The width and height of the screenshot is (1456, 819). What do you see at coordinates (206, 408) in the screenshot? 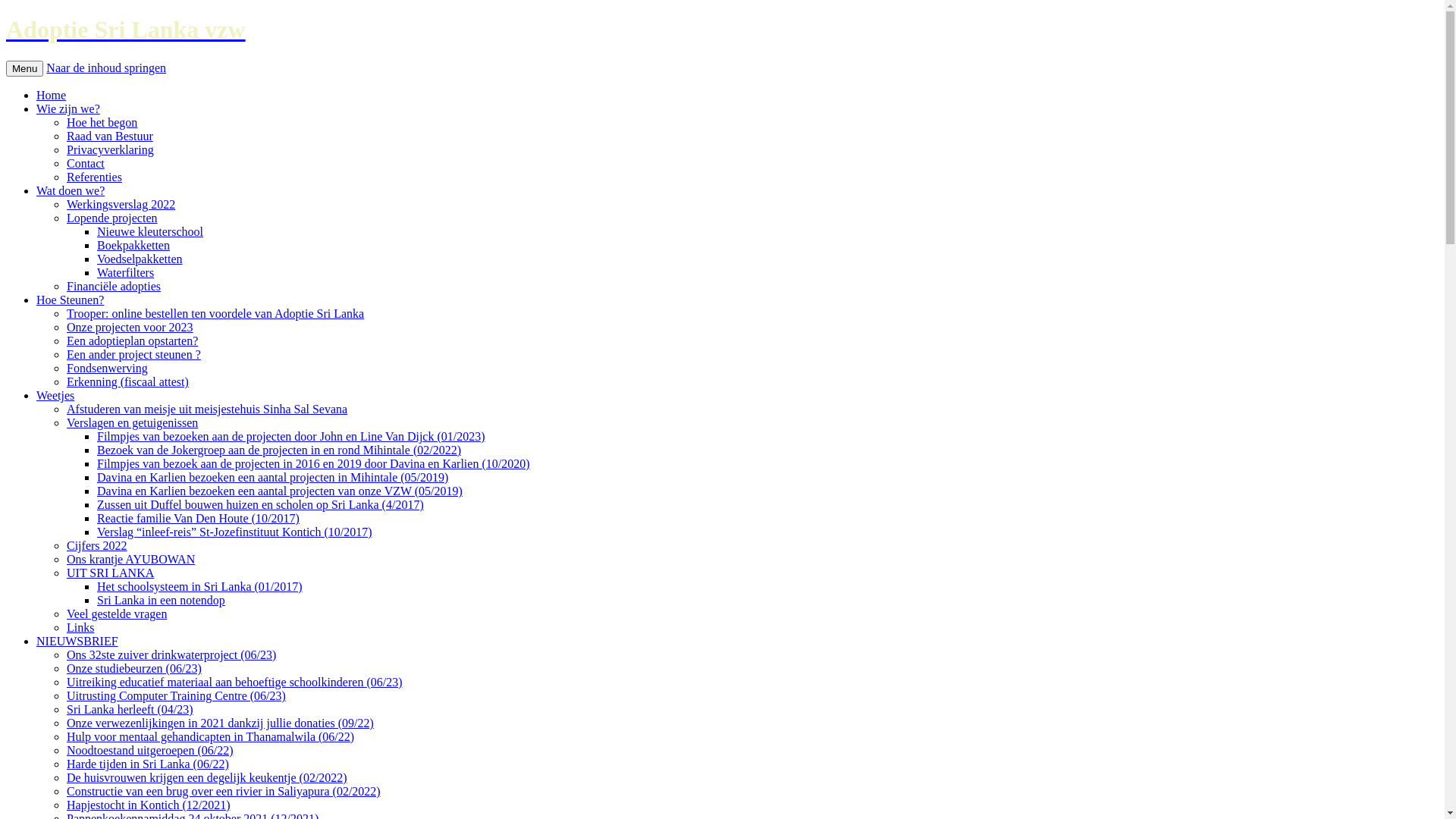
I see `'Afstuderen van meisje uit meisjestehuis Sinha Sal Sevana'` at bounding box center [206, 408].